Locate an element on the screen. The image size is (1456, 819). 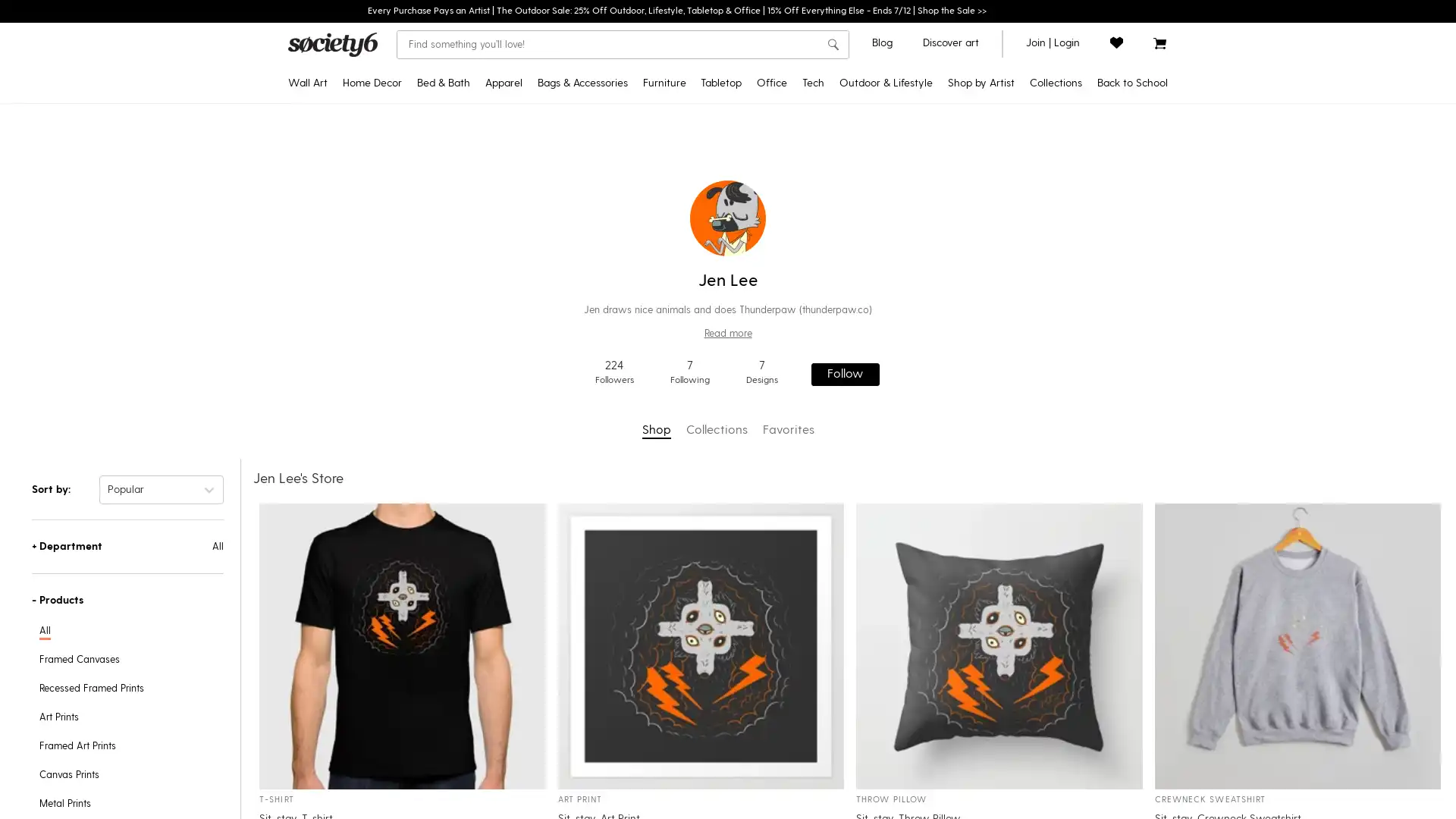
Stationery Cards is located at coordinates (809, 317).